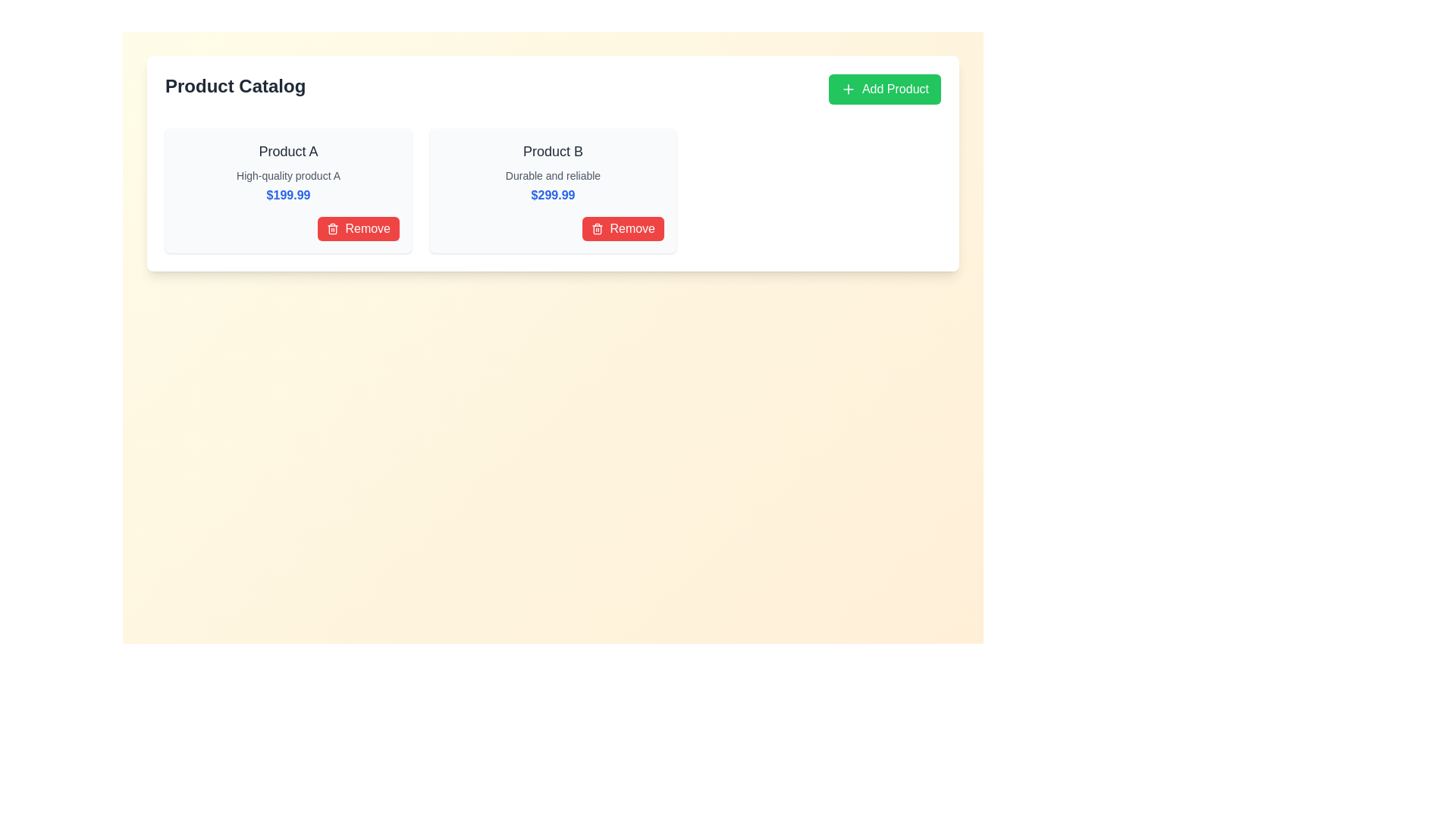 The image size is (1456, 819). What do you see at coordinates (552, 174) in the screenshot?
I see `the descriptive text element that contains the text 'Durable and reliable', which is styled with small-sized, gray-colored font and is positioned below the title 'Product B' and above the price text of '$299.99'` at bounding box center [552, 174].